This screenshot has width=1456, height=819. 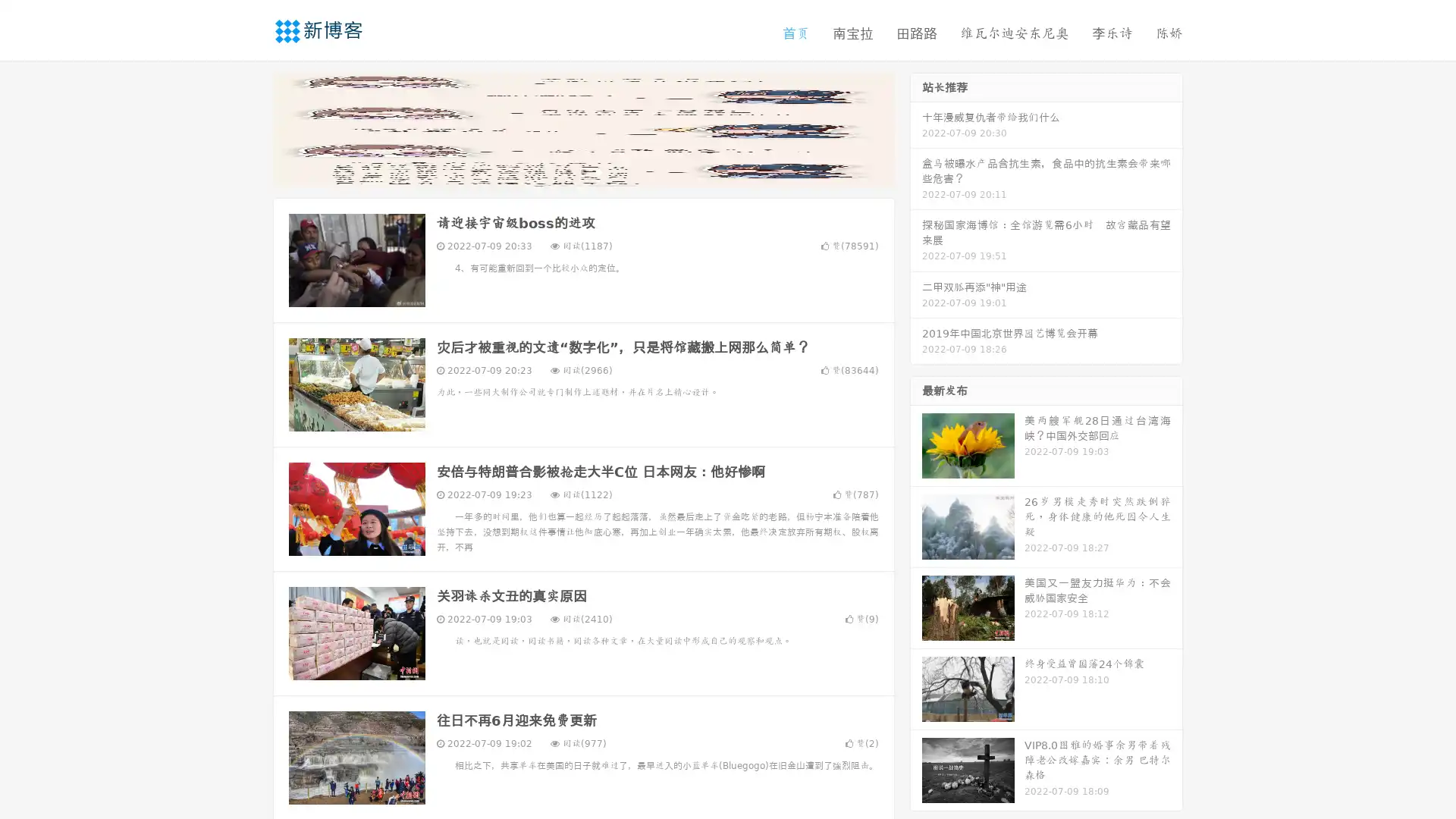 I want to click on Go to slide 1, so click(x=567, y=171).